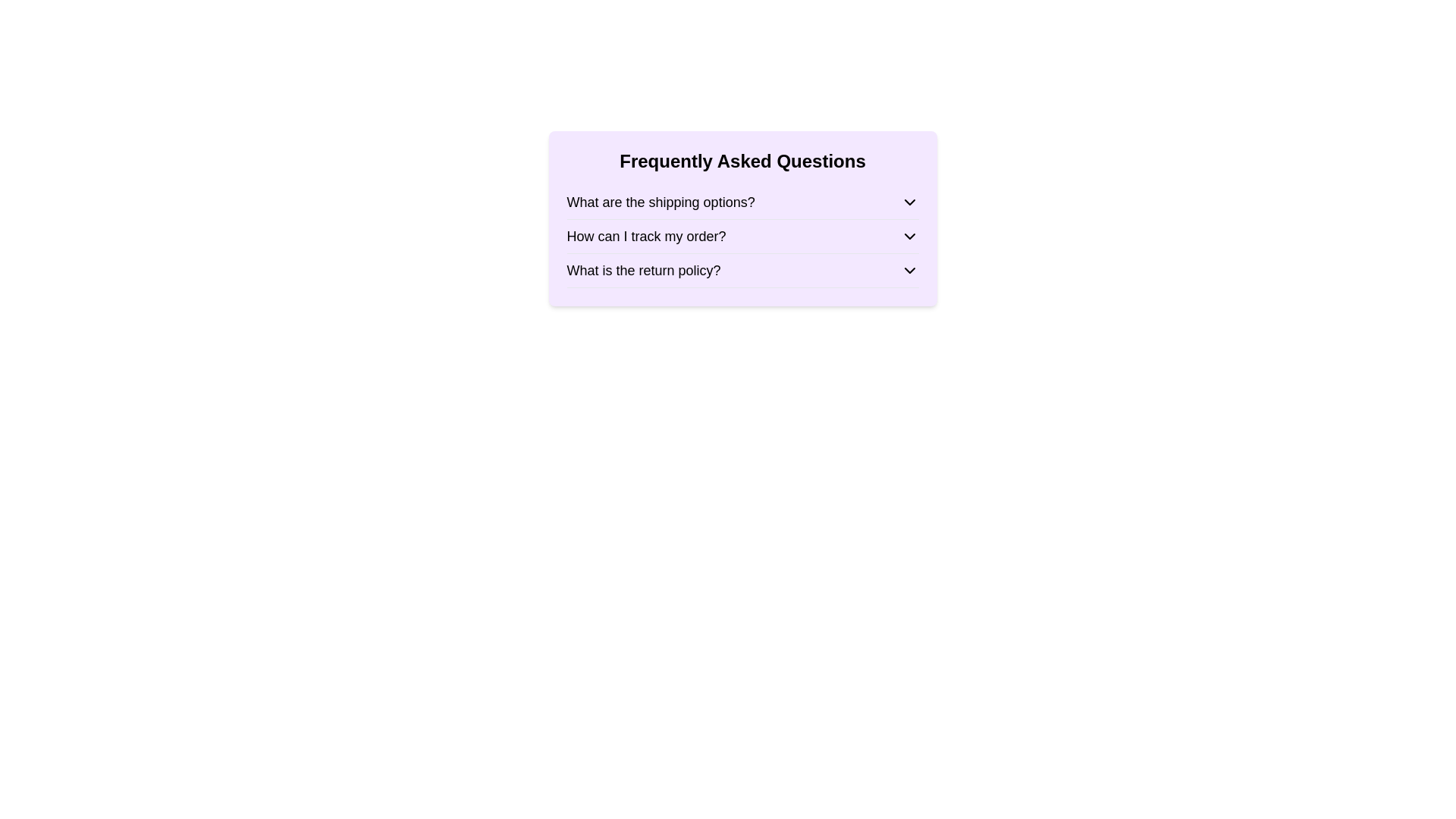  Describe the element at coordinates (742, 270) in the screenshot. I see `the dropdown menu header displaying 'What is the return policy?' for keyboard navigation` at that location.